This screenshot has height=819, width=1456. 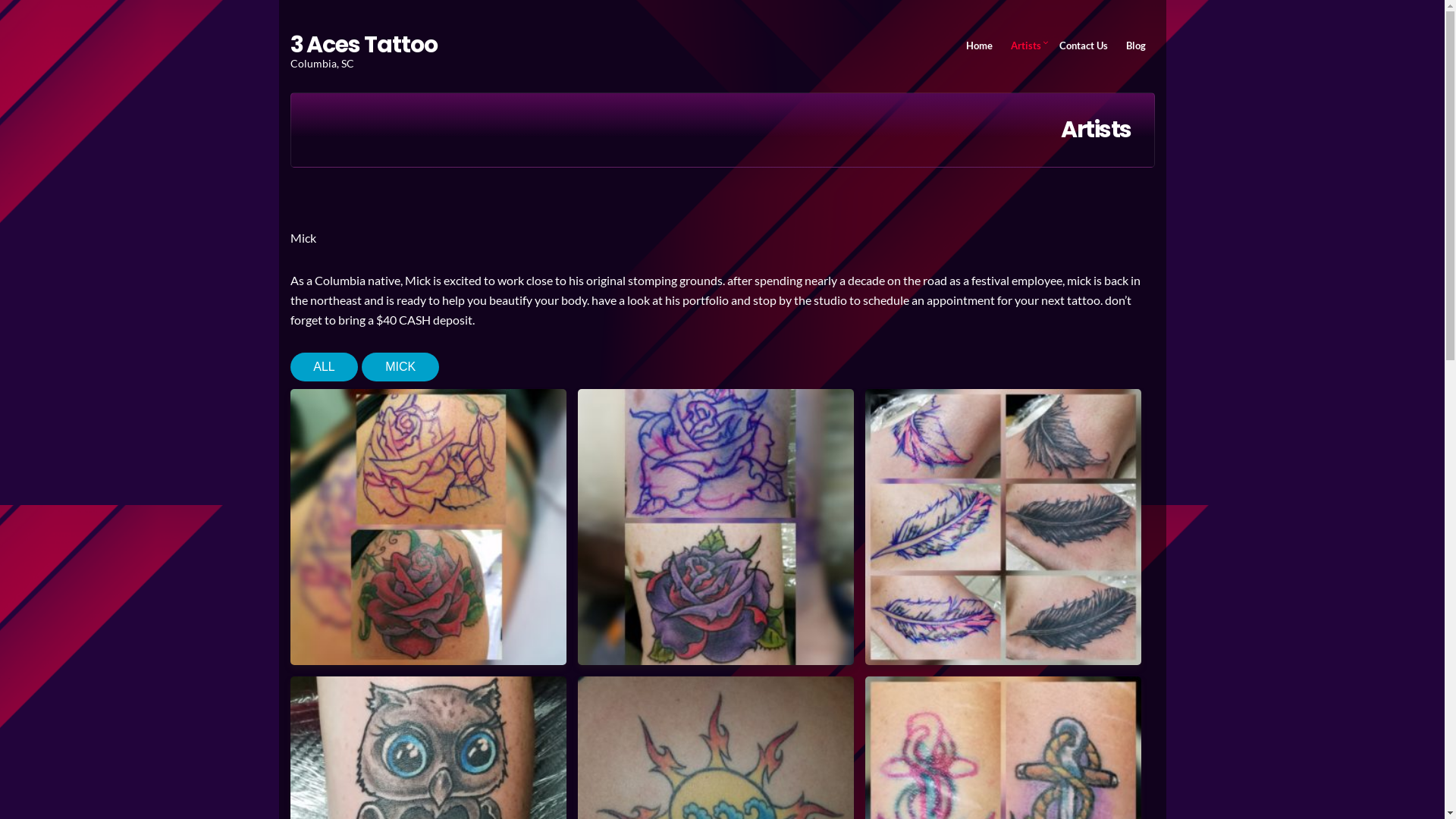 What do you see at coordinates (1135, 45) in the screenshot?
I see `'Blog'` at bounding box center [1135, 45].